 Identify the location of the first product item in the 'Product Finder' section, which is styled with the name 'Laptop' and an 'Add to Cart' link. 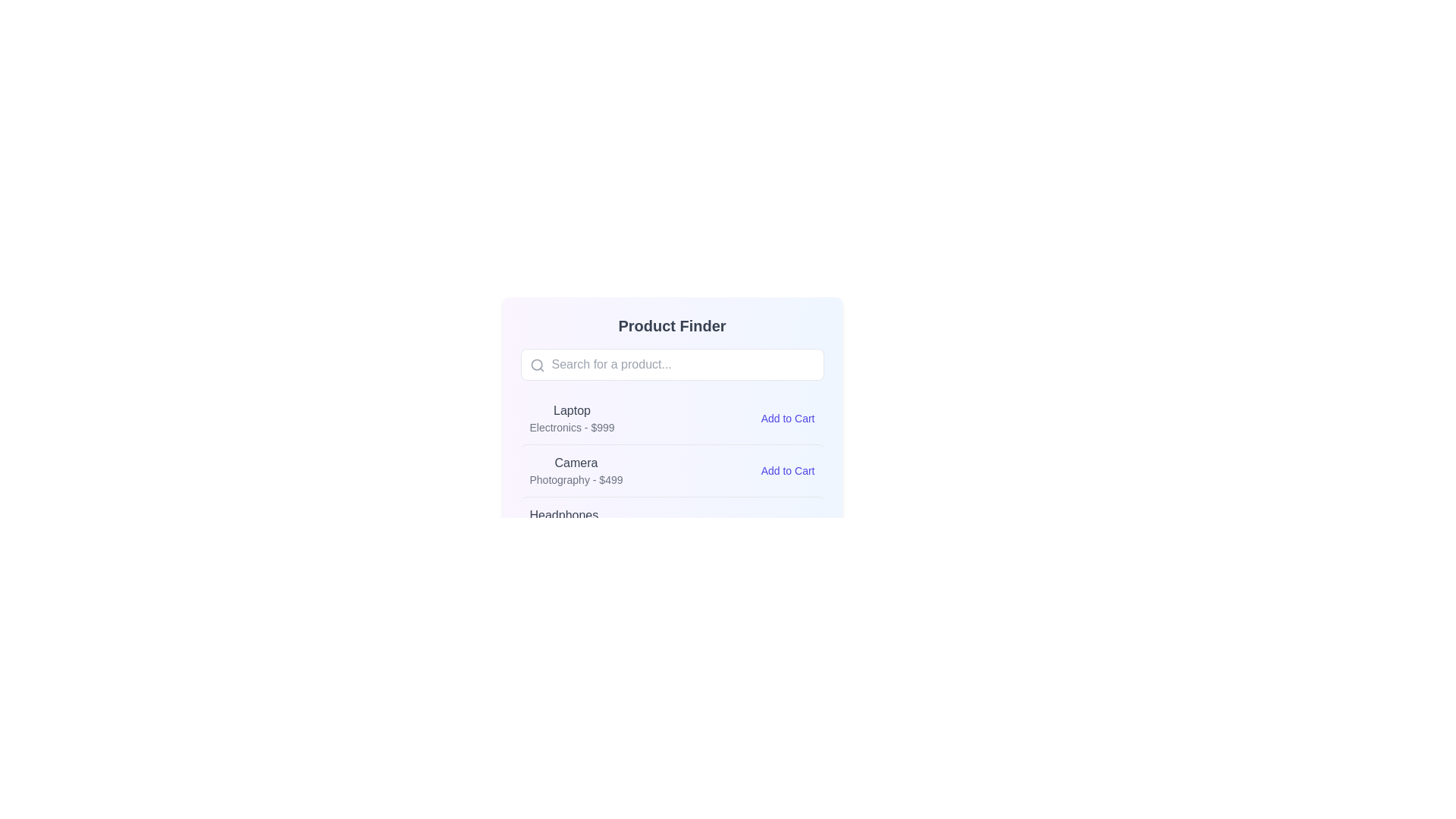
(671, 418).